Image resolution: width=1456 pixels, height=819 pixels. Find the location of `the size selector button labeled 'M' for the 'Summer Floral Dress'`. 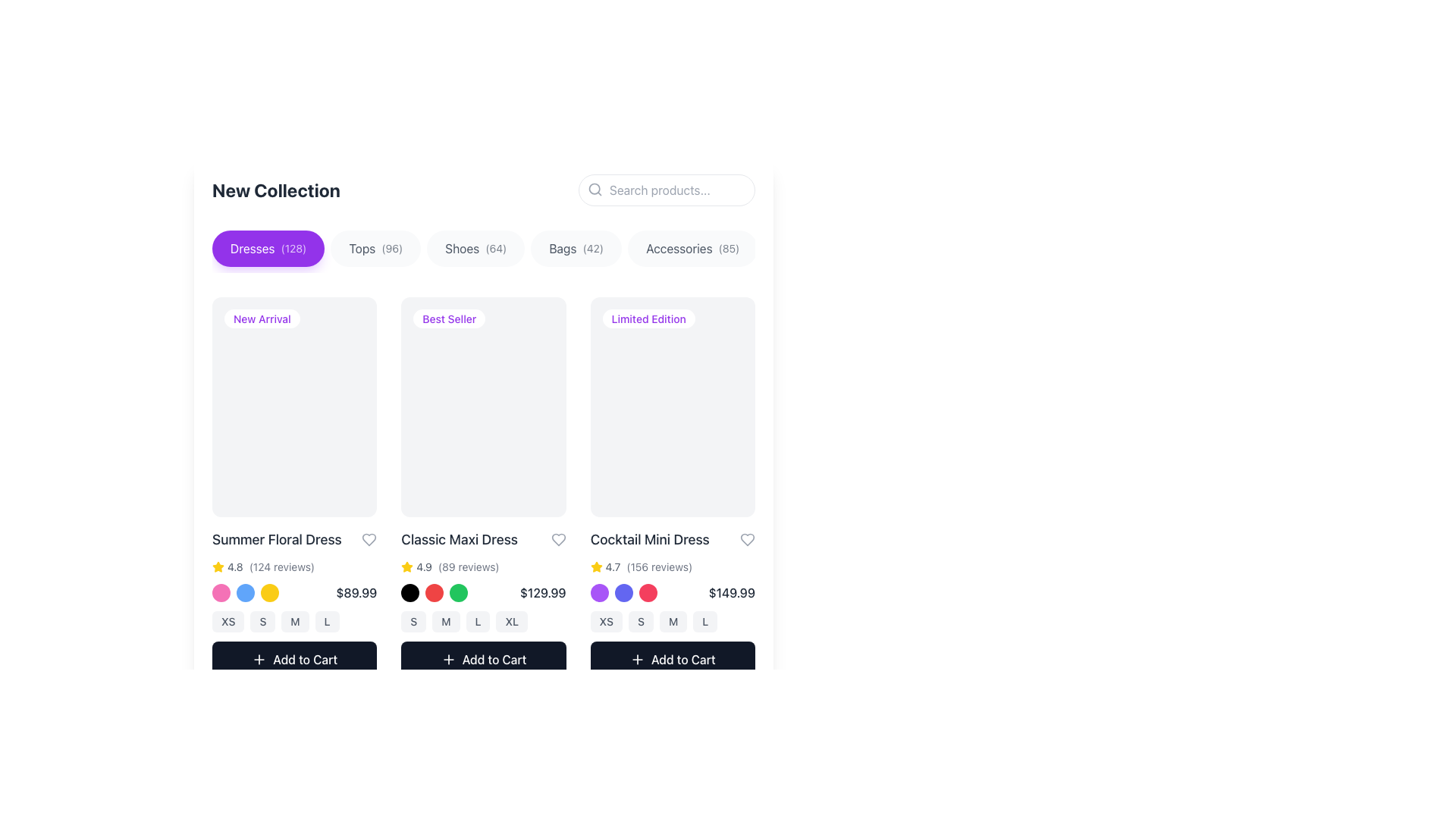

the size selector button labeled 'M' for the 'Summer Floral Dress' is located at coordinates (294, 621).